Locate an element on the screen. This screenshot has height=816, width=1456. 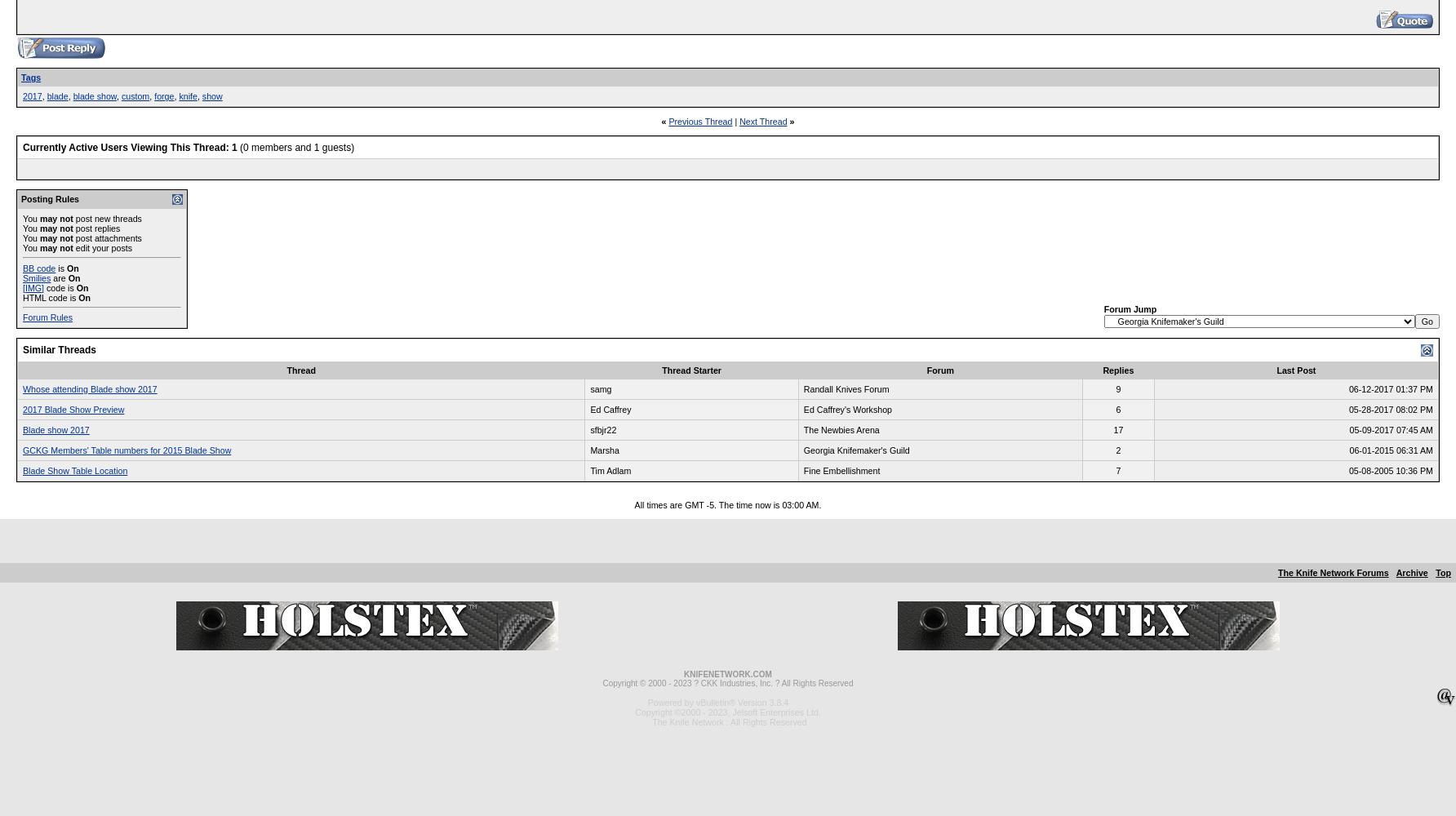
'Ed Caffrey' is located at coordinates (590, 410).